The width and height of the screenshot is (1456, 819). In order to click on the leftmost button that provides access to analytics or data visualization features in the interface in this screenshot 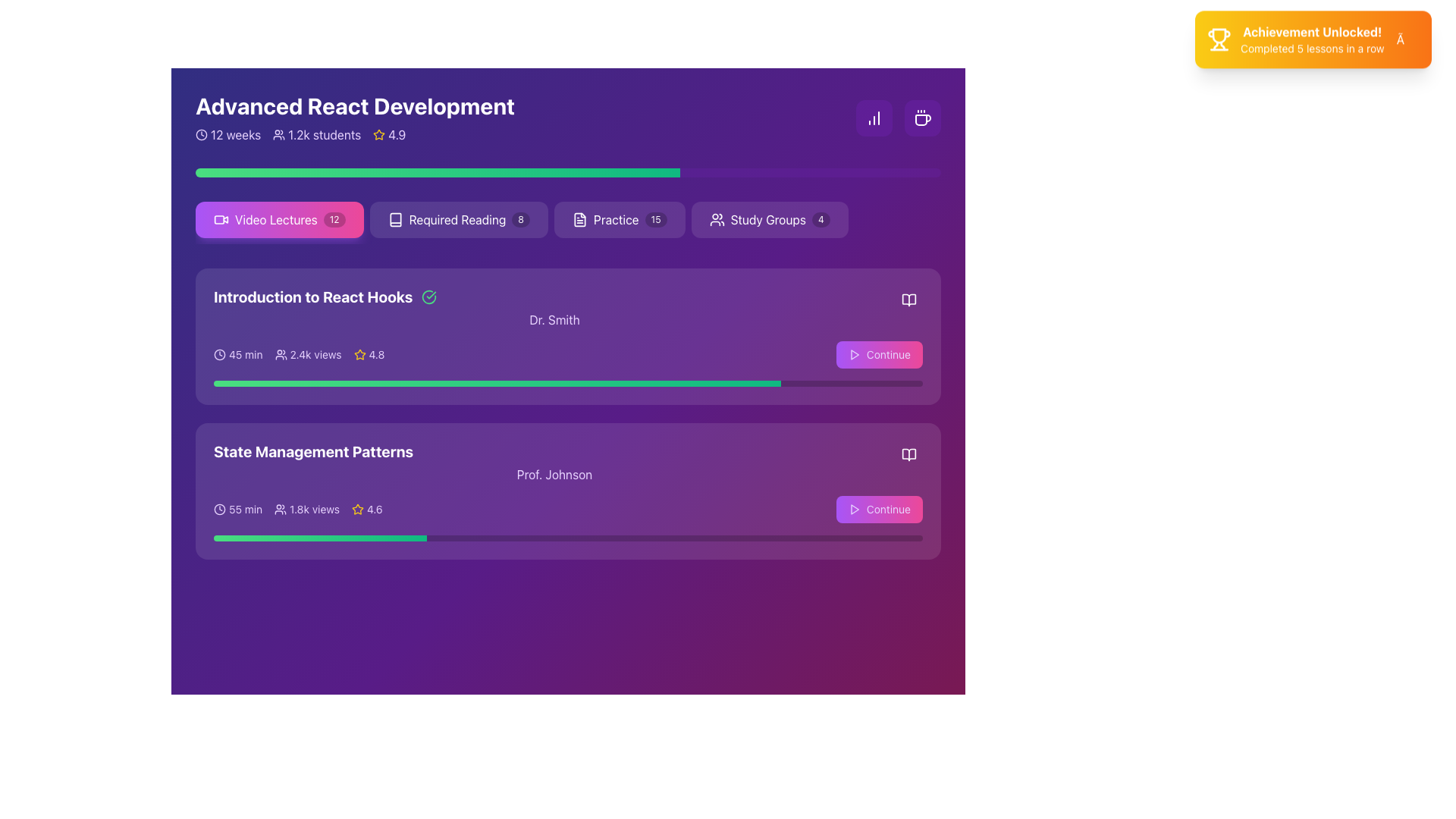, I will do `click(874, 117)`.